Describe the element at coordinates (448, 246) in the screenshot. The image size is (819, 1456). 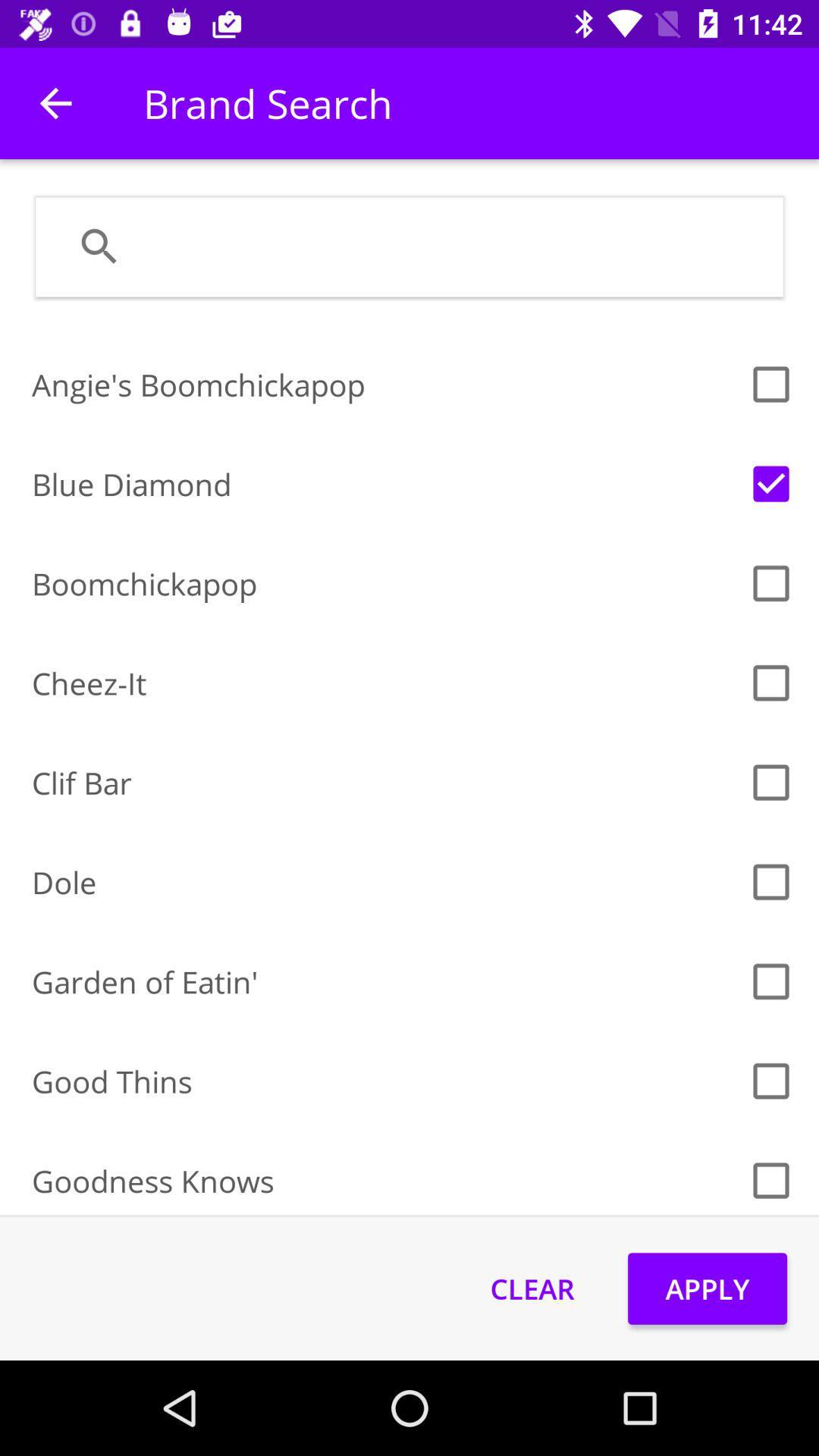
I see `search section` at that location.